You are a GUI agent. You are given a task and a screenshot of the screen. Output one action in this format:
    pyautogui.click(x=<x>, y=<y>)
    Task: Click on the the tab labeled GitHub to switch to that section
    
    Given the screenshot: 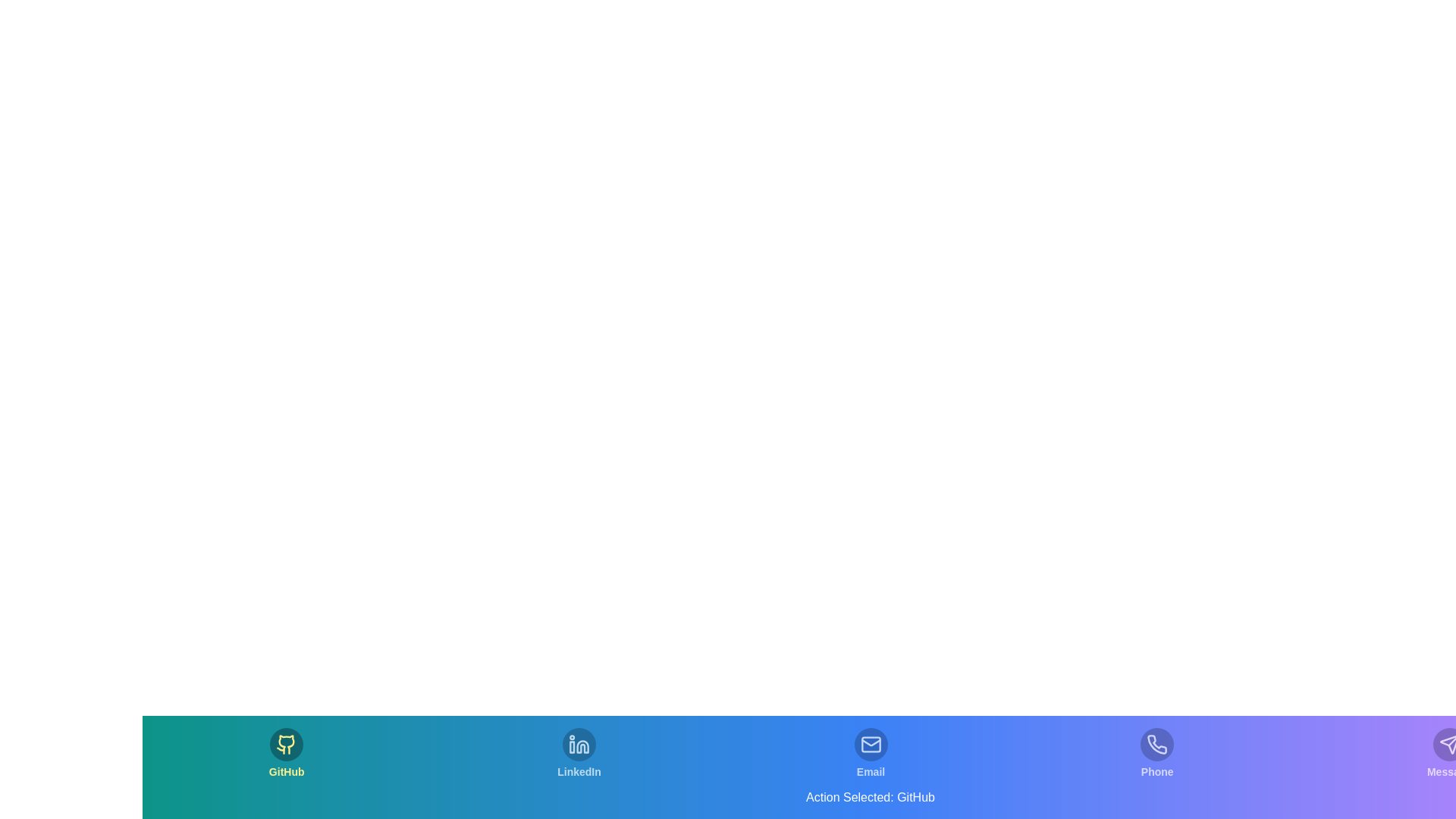 What is the action you would take?
    pyautogui.click(x=287, y=754)
    